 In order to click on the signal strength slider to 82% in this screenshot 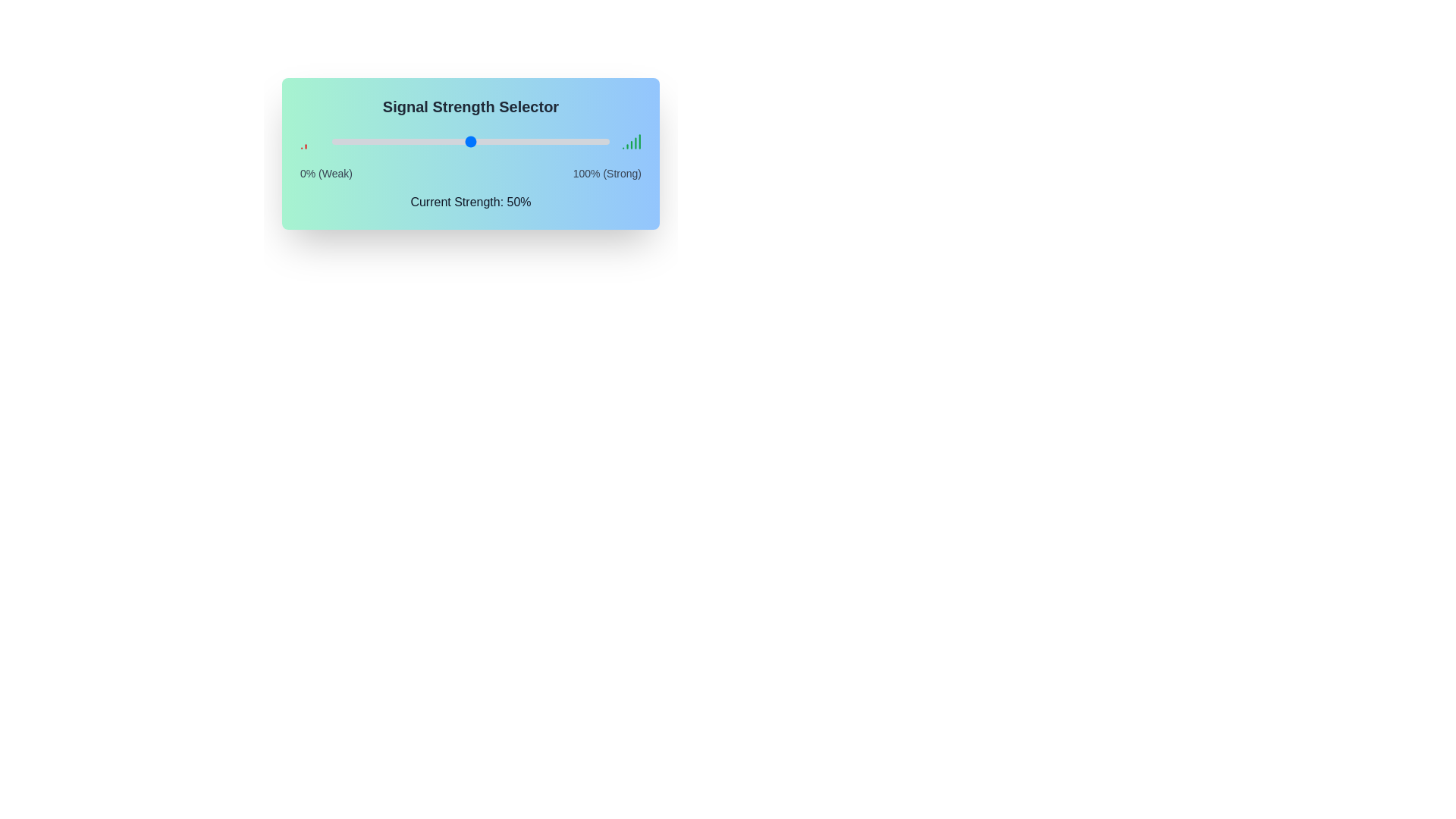, I will do `click(558, 141)`.